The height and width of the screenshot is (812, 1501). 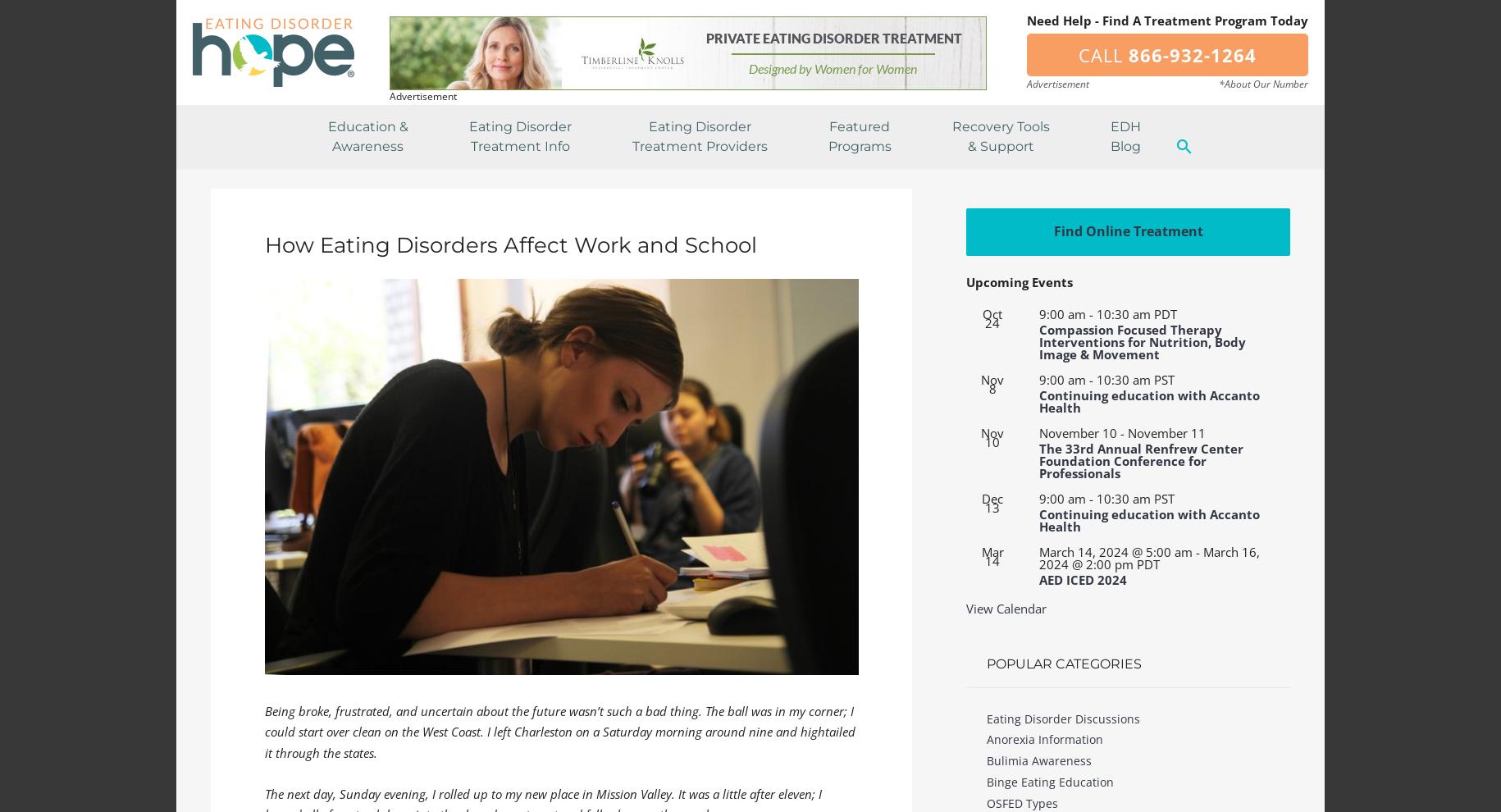 I want to click on 'November 11', so click(x=1166, y=431).